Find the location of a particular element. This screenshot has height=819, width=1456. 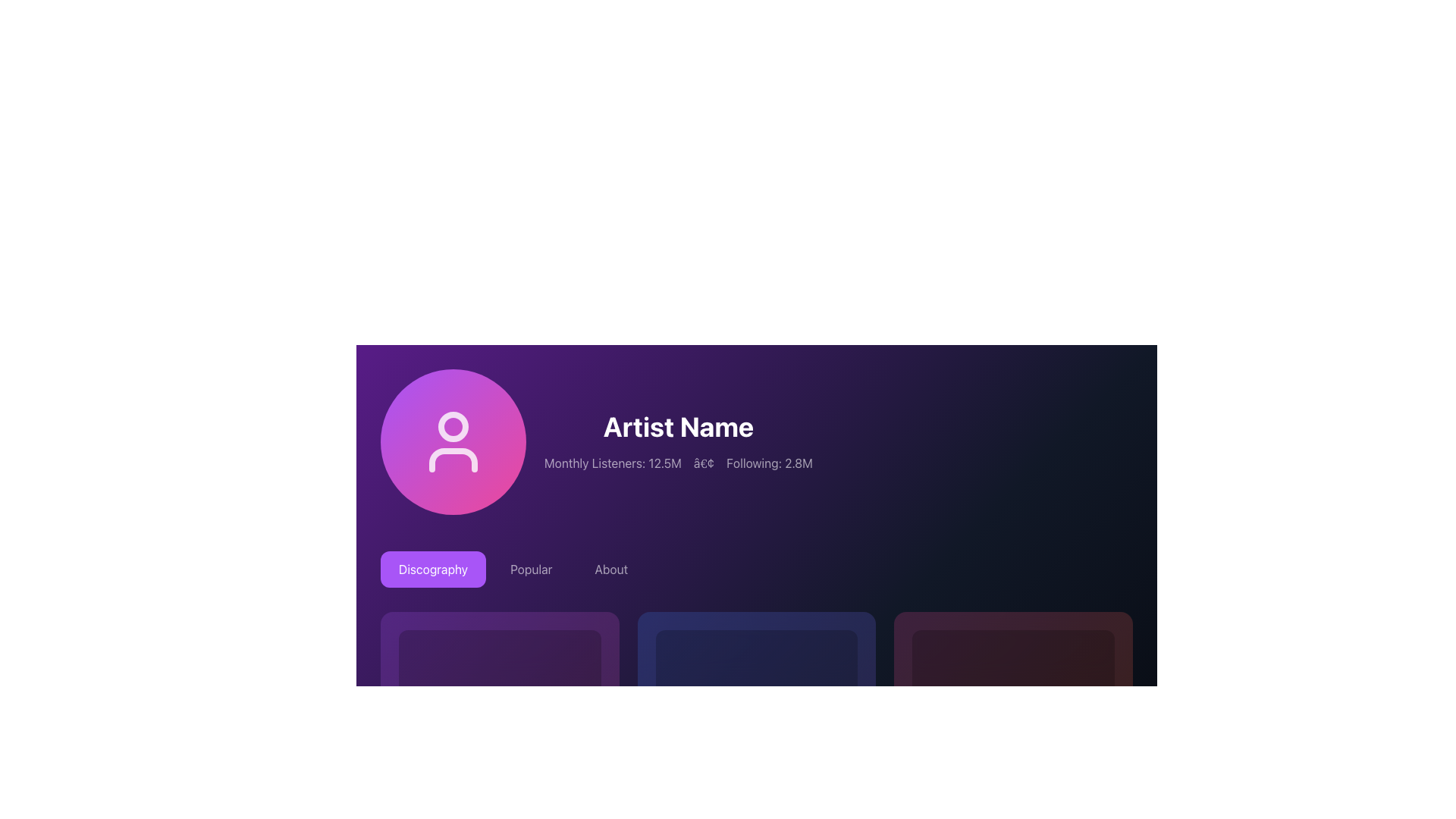

the second button in the horizontal group of three buttons is located at coordinates (531, 570).